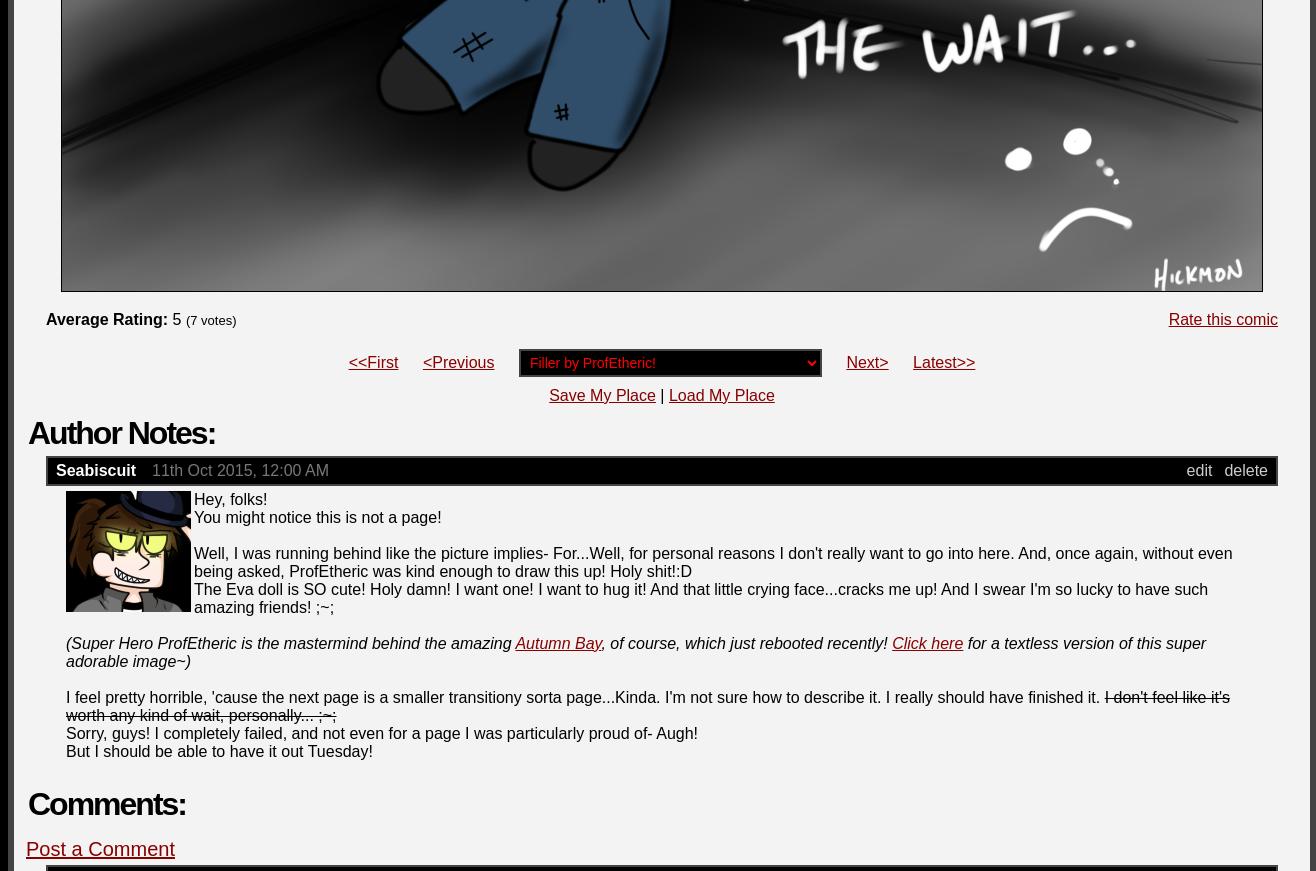 The image size is (1316, 871). I want to click on 'delete', so click(1245, 470).